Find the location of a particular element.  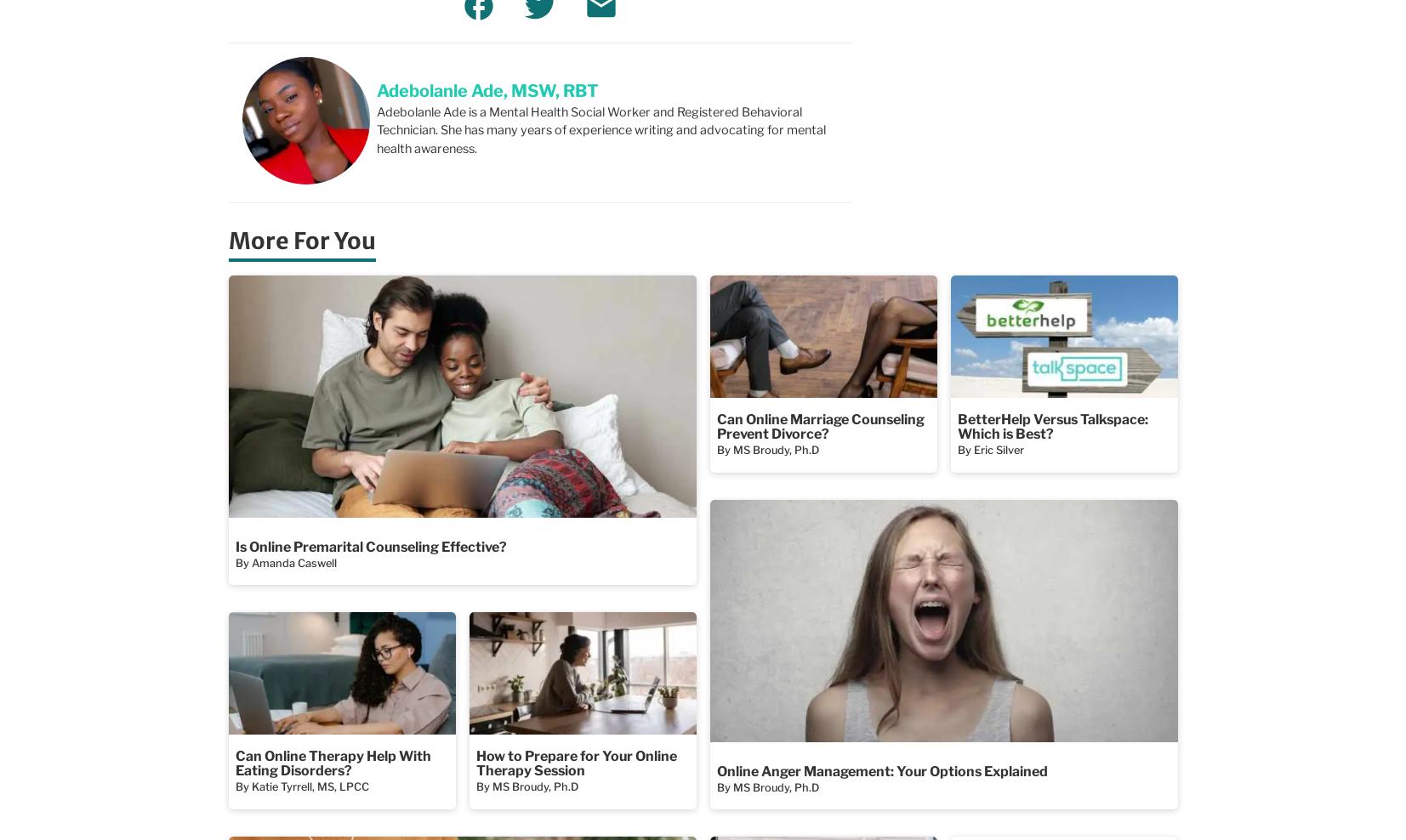

'More For You' is located at coordinates (300, 239).